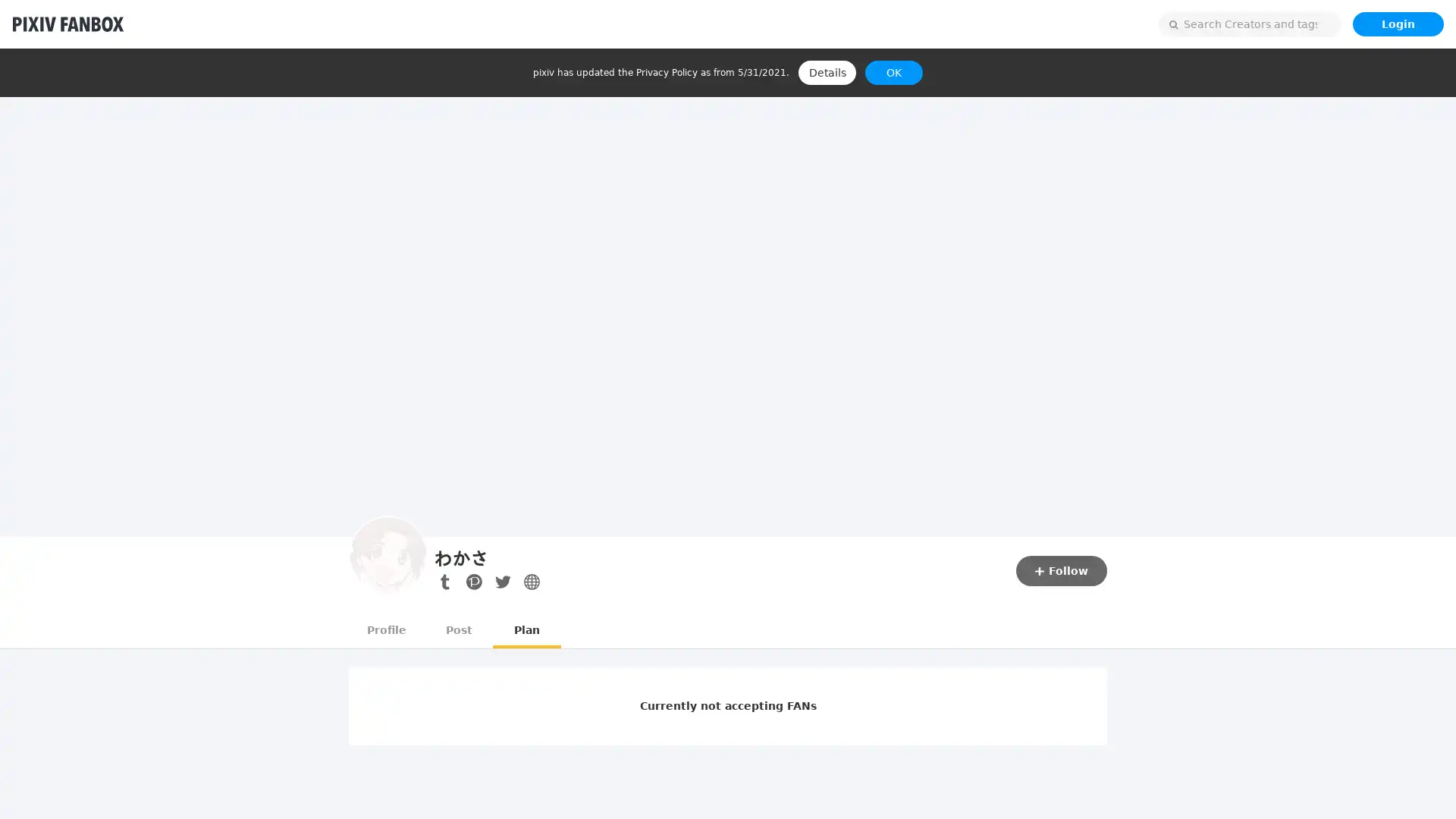  What do you see at coordinates (894, 73) in the screenshot?
I see `OK` at bounding box center [894, 73].